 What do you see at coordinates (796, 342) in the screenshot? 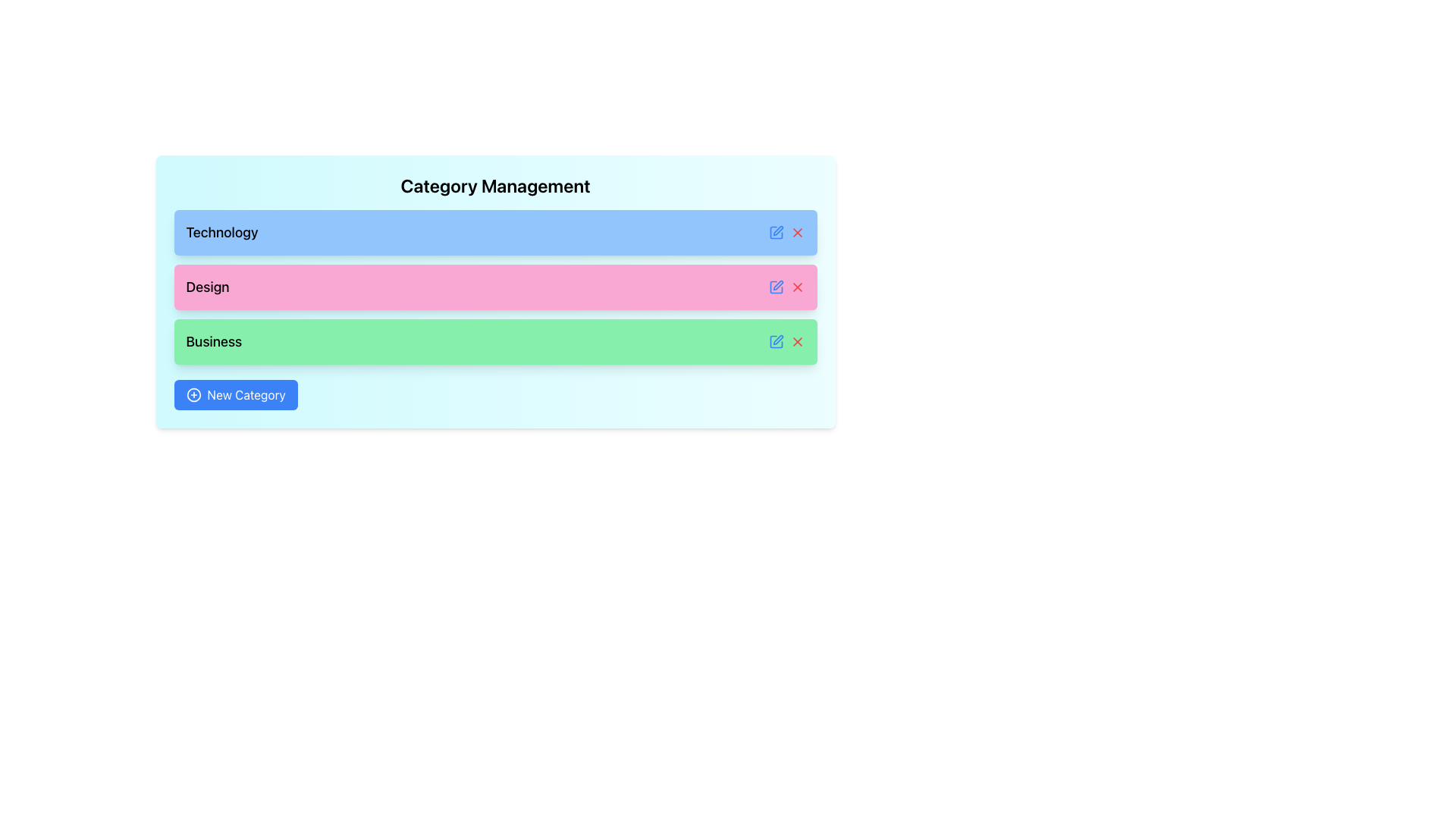
I see `the delete button located at the rightmost side of the green section labeled 'Business', which is the third item in the vertical stack of categories` at bounding box center [796, 342].